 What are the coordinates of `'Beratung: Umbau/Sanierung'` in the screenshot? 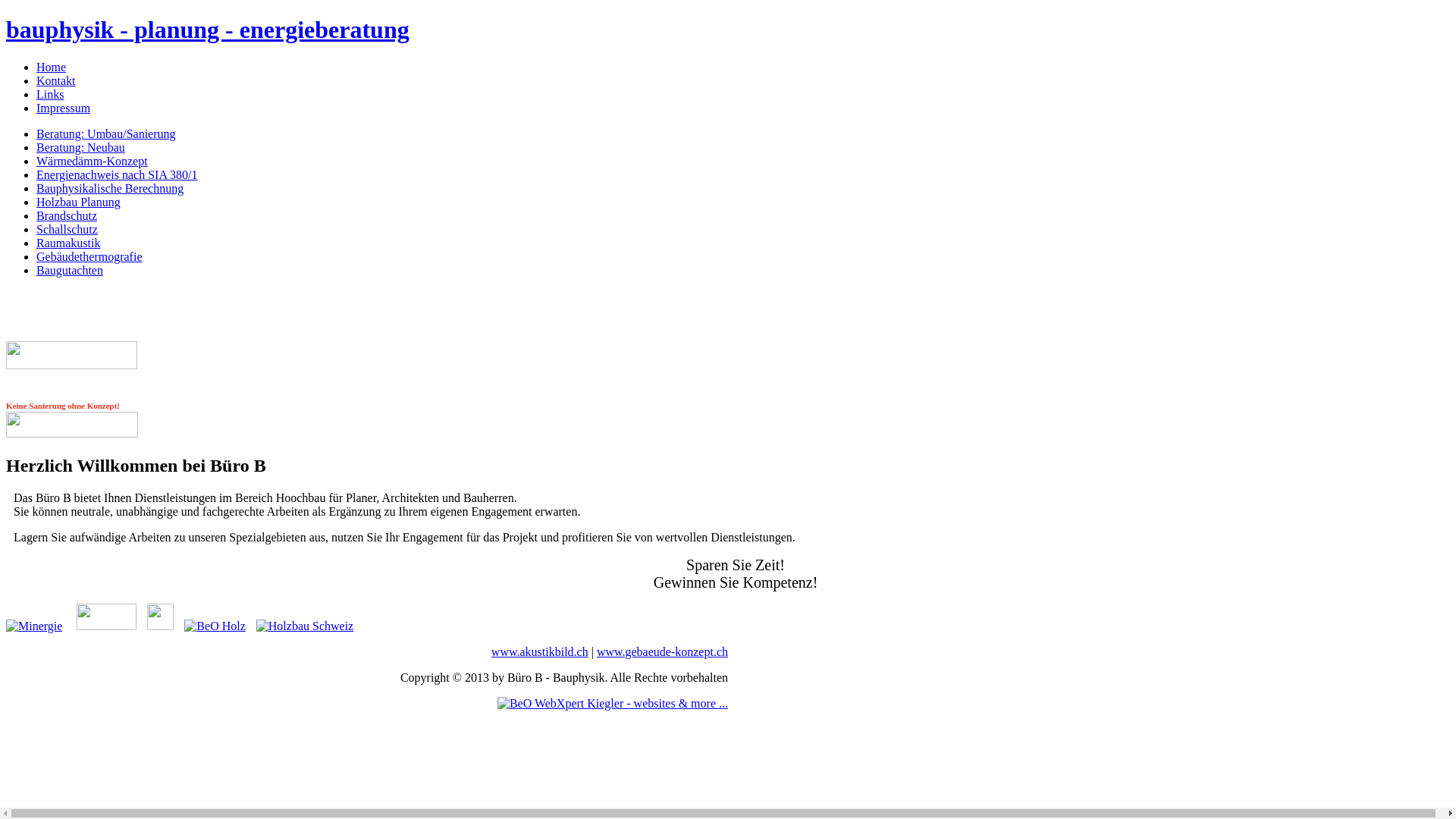 It's located at (105, 133).